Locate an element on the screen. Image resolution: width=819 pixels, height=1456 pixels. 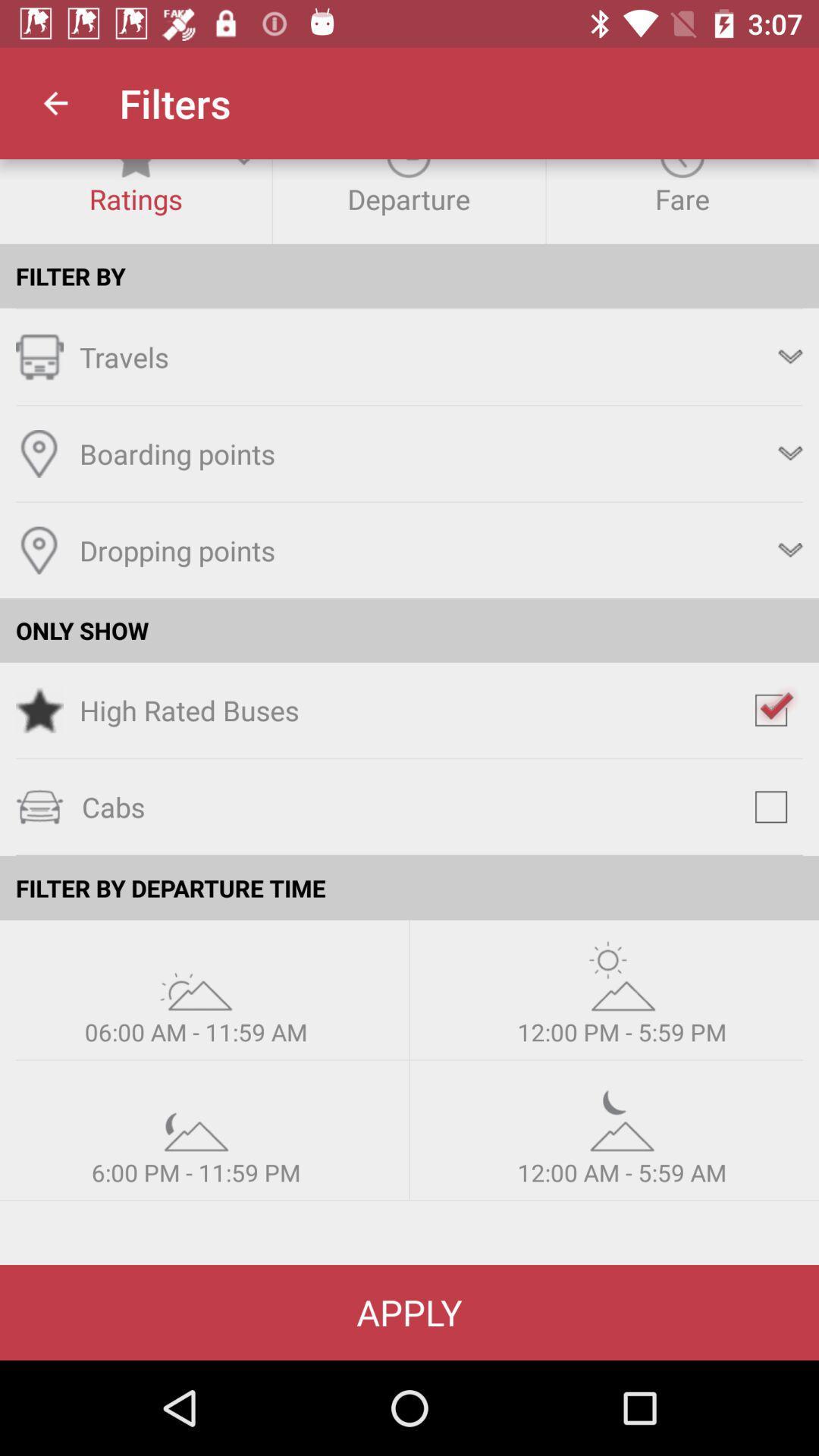
timeing option is located at coordinates (195, 975).